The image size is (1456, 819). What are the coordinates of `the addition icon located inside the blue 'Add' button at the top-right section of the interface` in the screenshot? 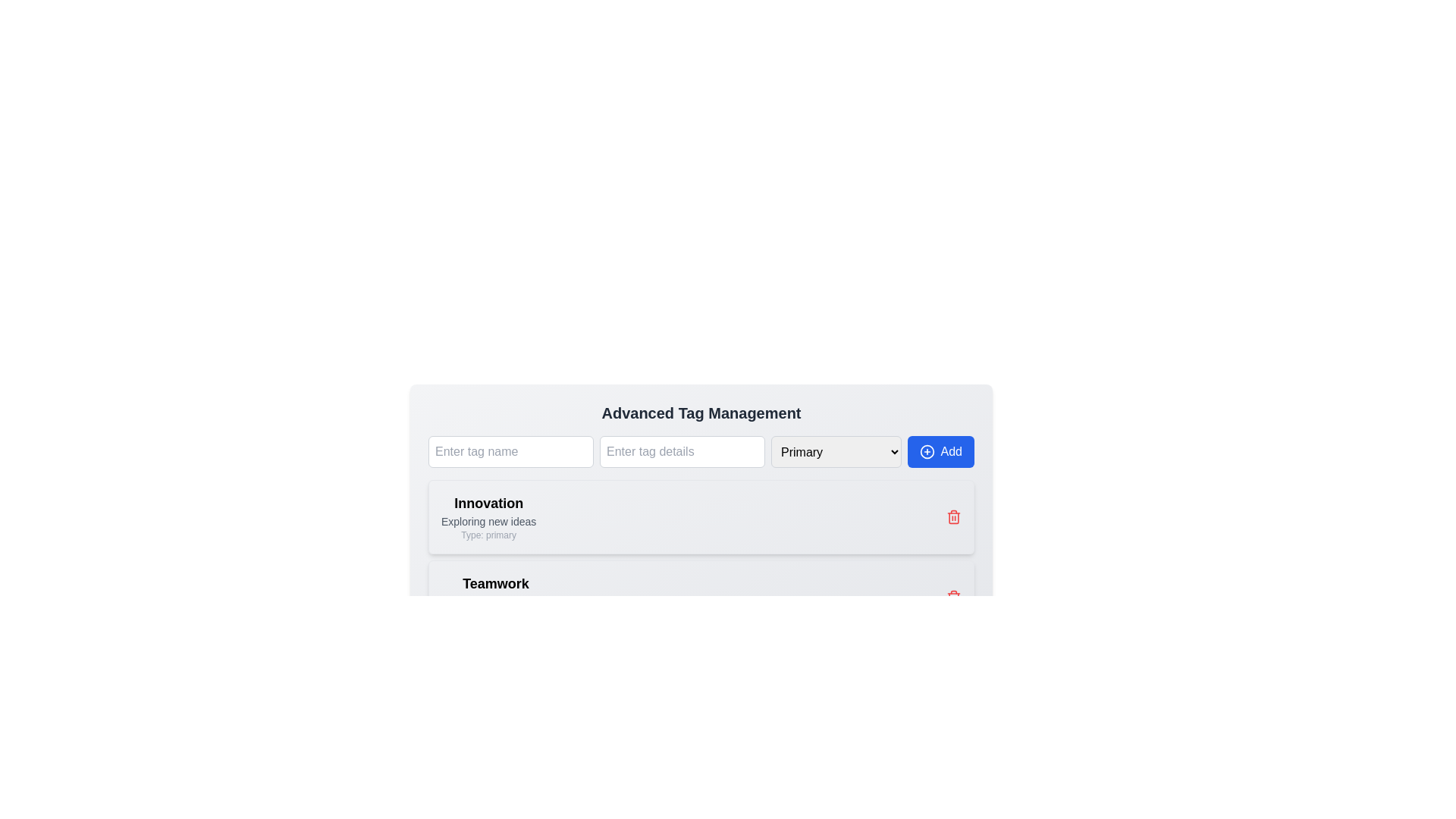 It's located at (926, 451).